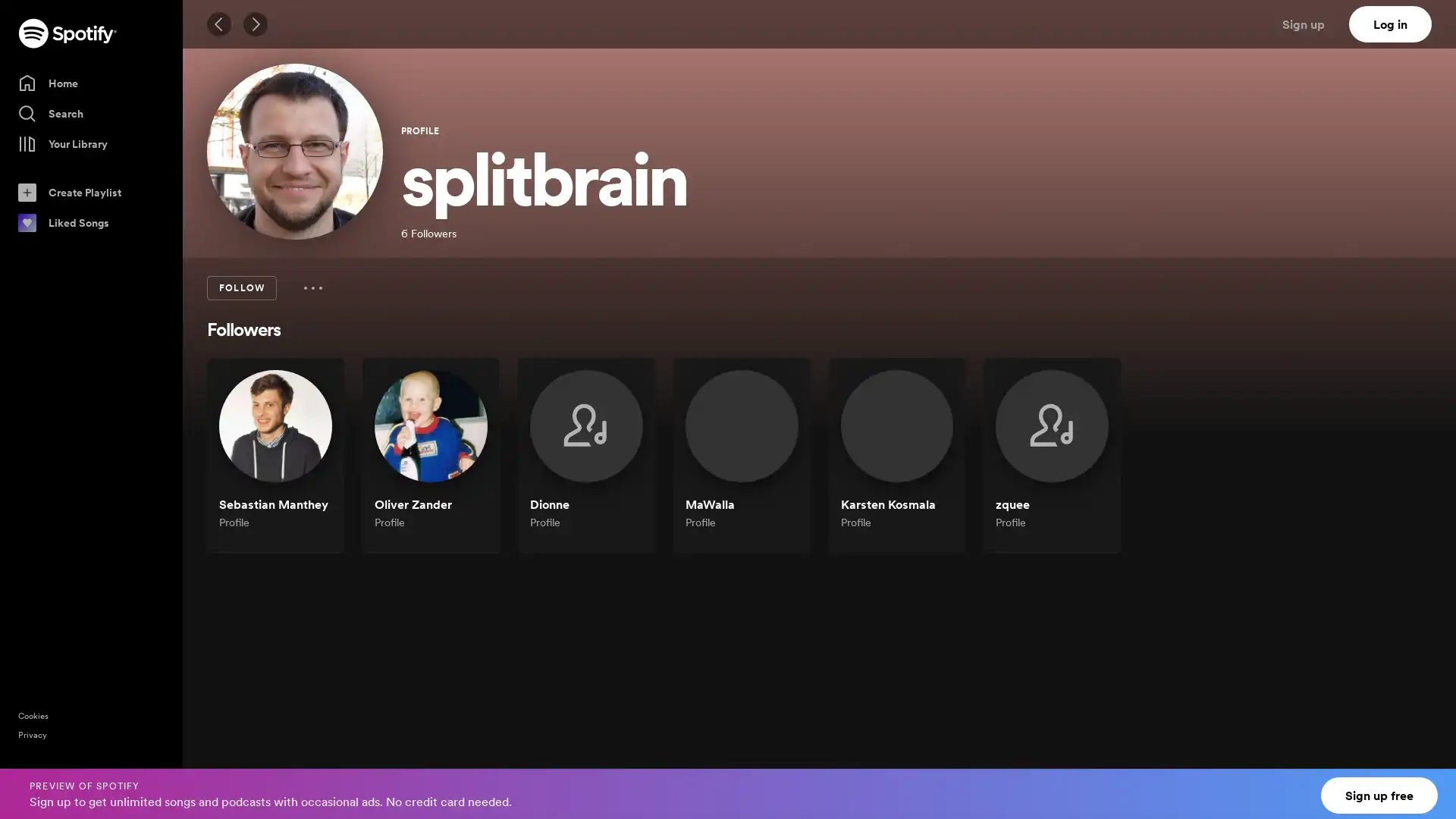  Describe the element at coordinates (1312, 24) in the screenshot. I see `Sign up` at that location.